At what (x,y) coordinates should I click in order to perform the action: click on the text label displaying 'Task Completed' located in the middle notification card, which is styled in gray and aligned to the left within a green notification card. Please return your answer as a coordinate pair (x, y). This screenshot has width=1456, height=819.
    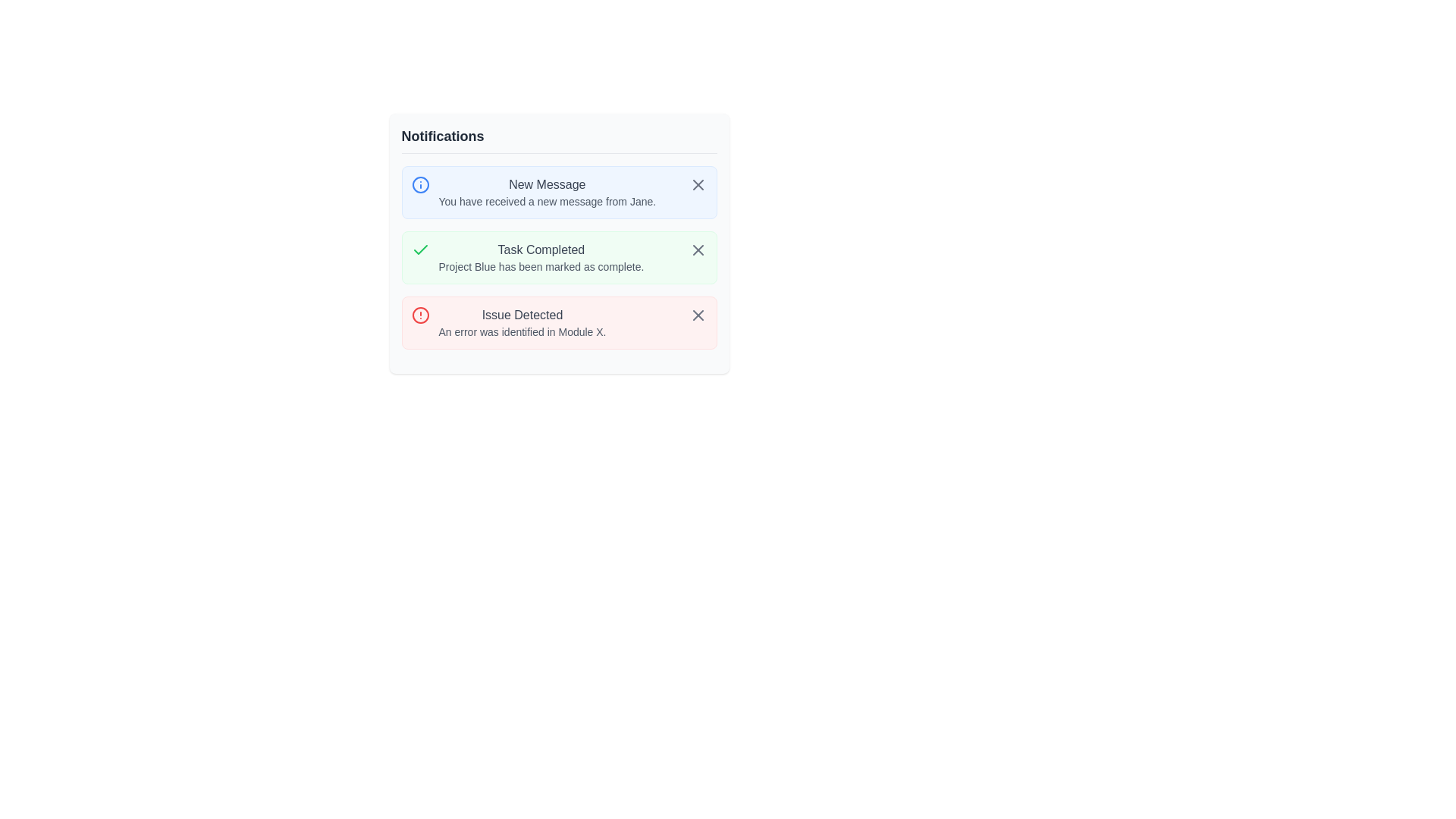
    Looking at the image, I should click on (541, 249).